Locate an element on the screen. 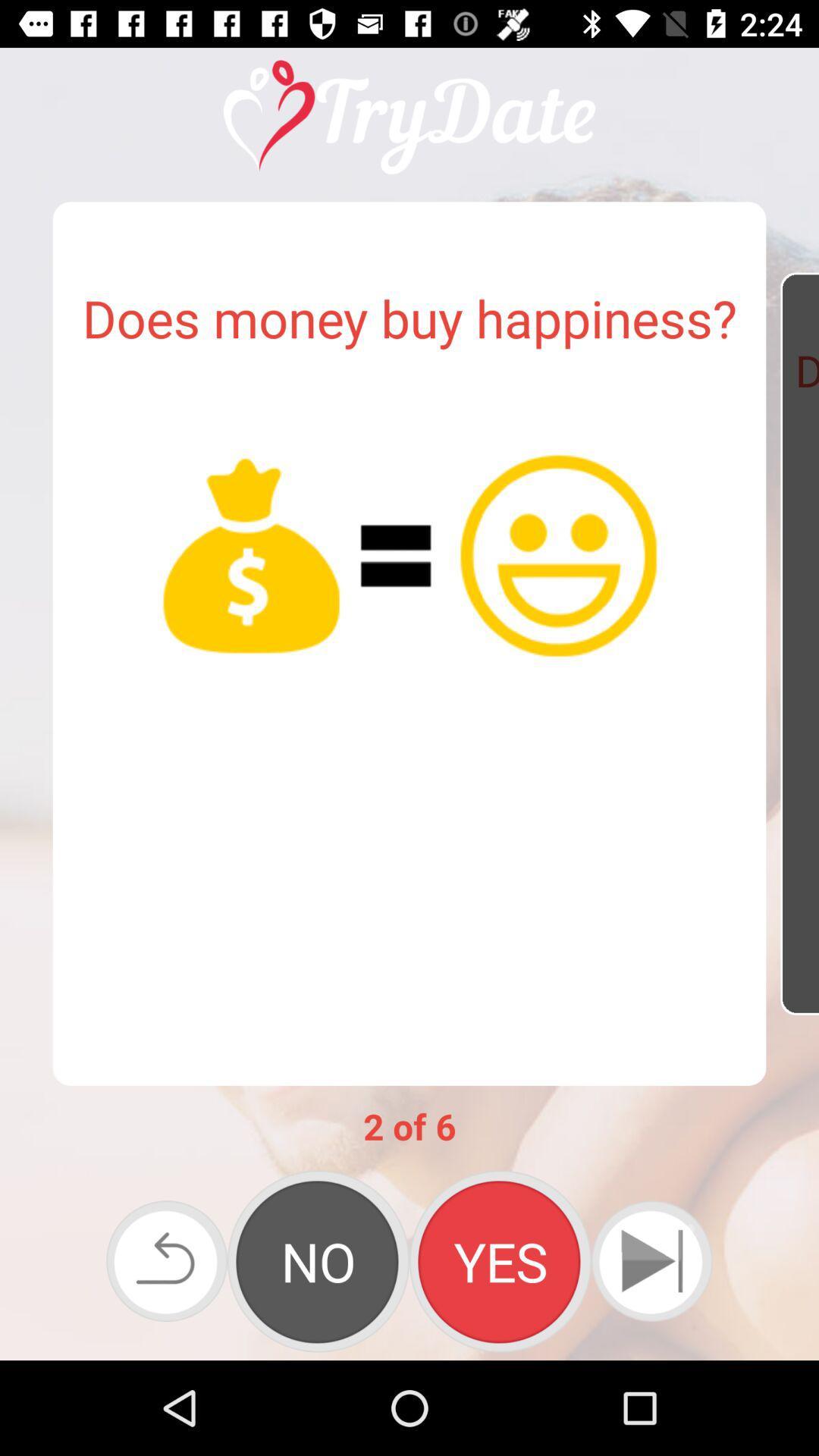 This screenshot has height=1456, width=819. go forward is located at coordinates (651, 1261).